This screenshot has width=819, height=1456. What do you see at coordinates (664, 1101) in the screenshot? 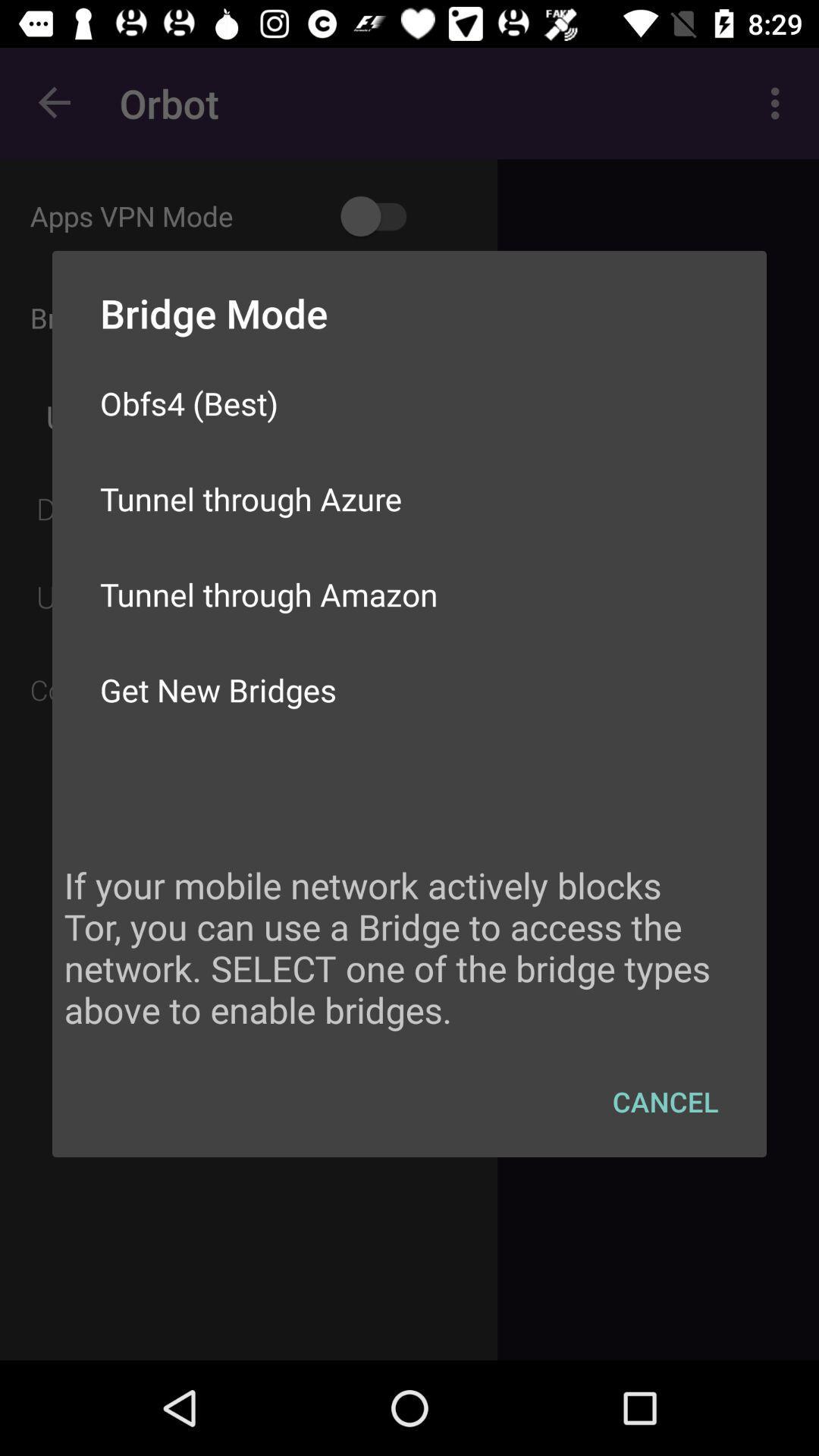
I see `the icon below if your mobile` at bounding box center [664, 1101].